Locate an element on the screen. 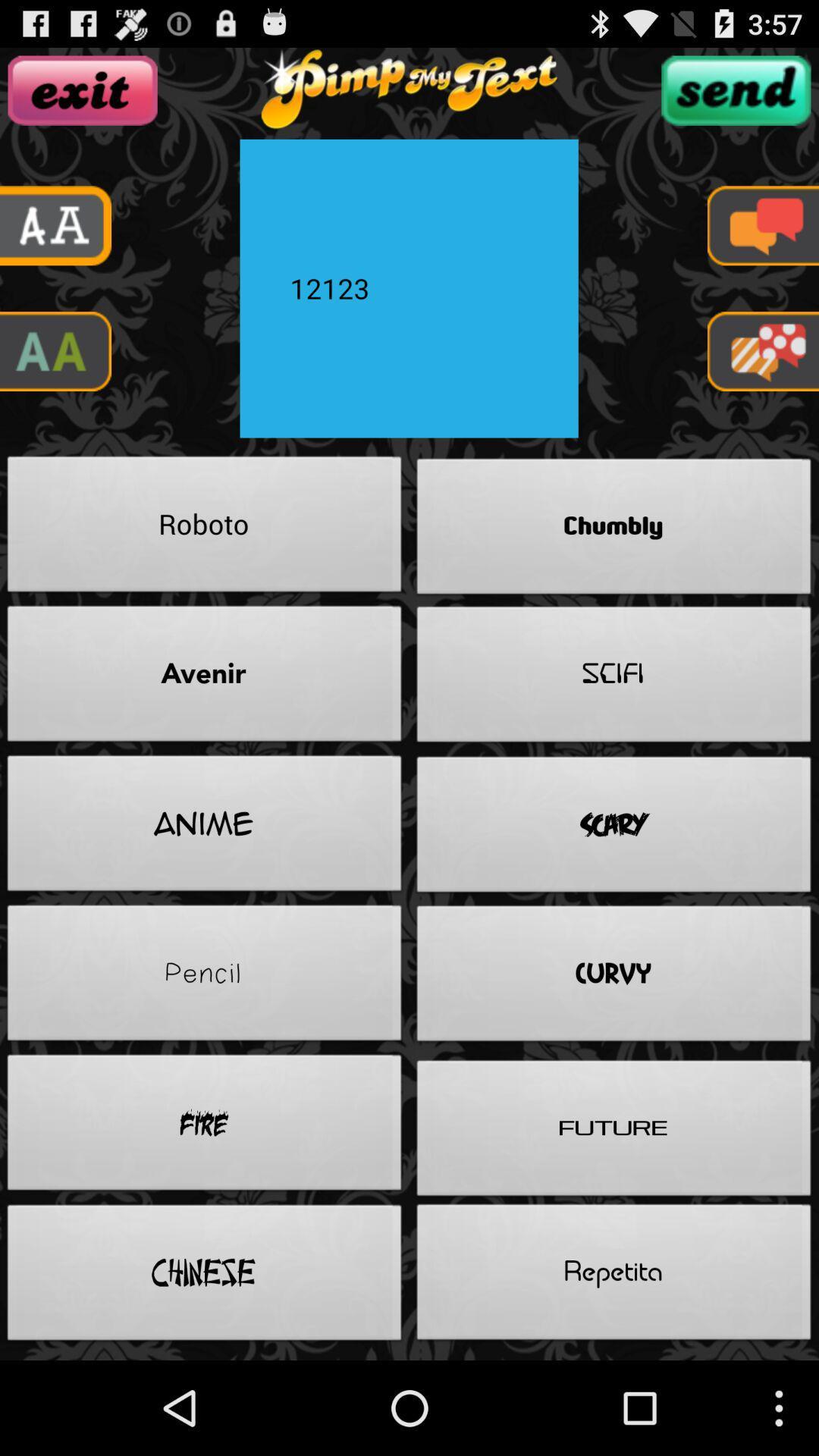  option for text is located at coordinates (763, 224).